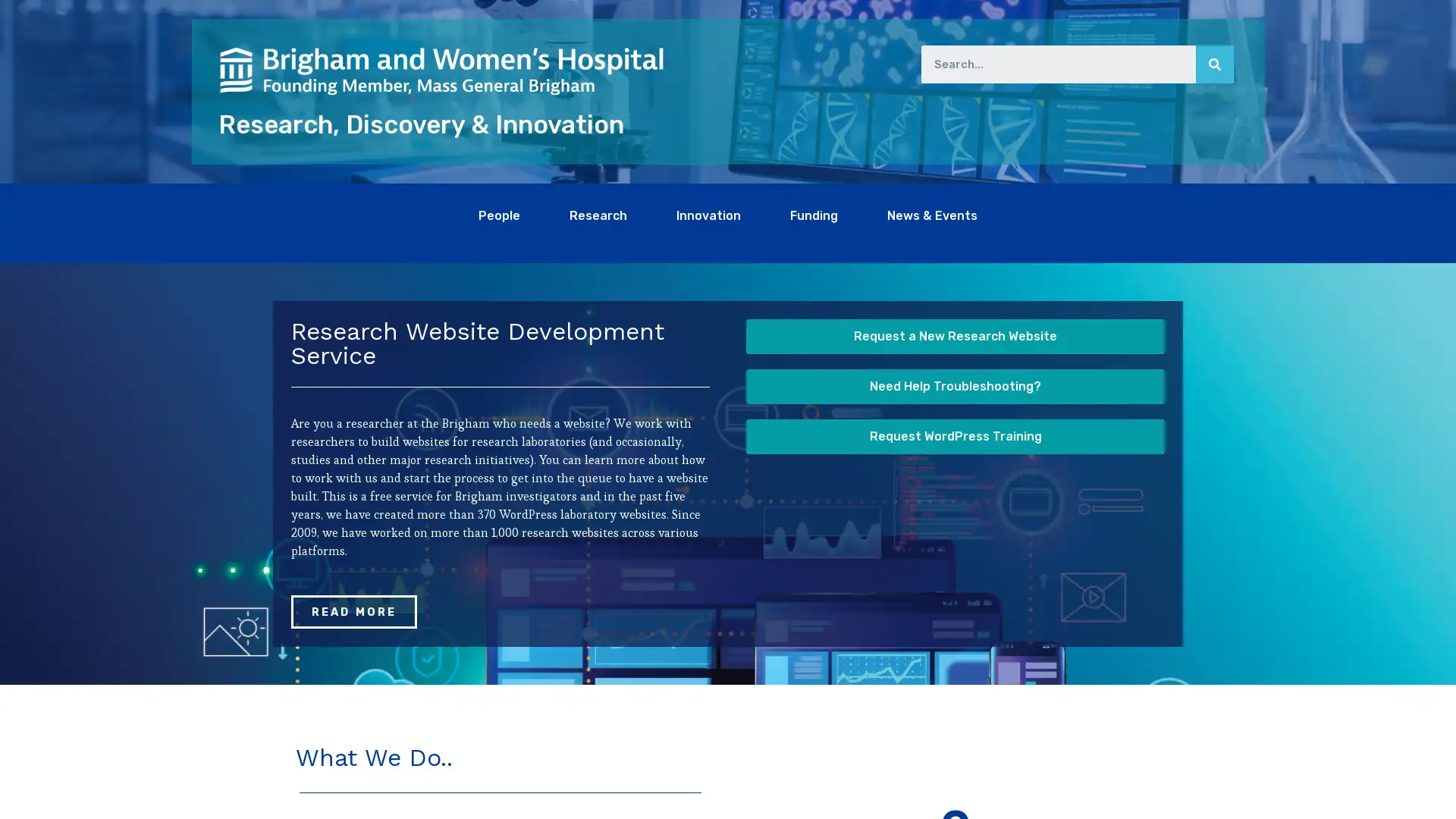 Image resolution: width=1456 pixels, height=819 pixels. I want to click on Request WordPress Training, so click(954, 435).